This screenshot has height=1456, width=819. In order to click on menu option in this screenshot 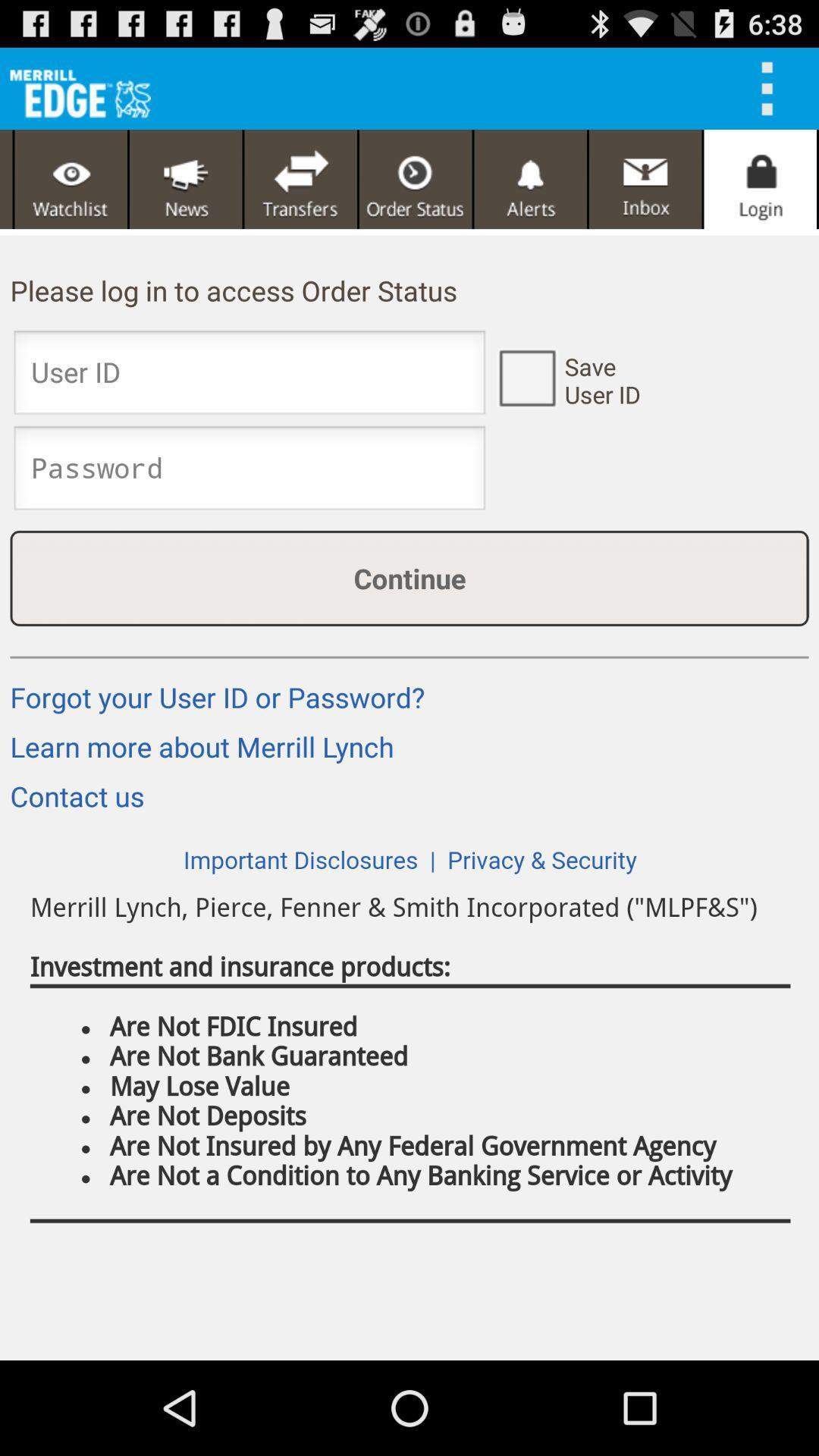, I will do `click(772, 87)`.